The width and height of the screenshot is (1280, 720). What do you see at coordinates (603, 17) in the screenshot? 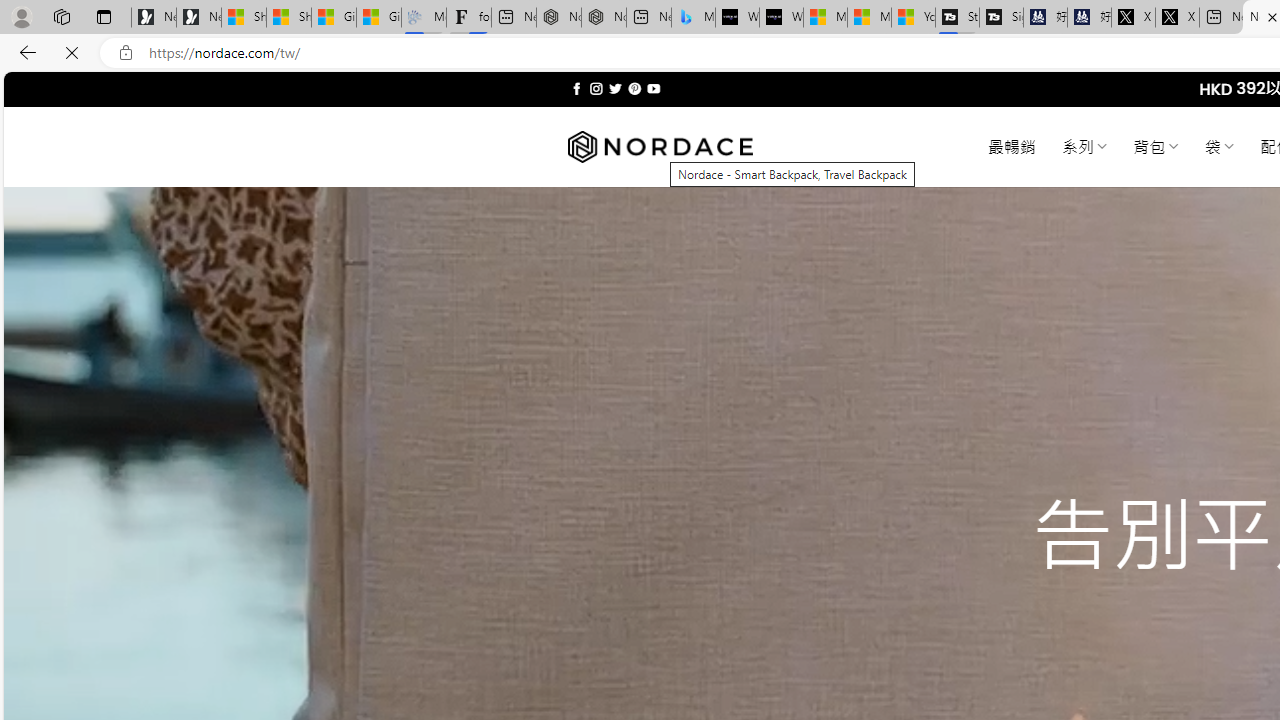
I see `'Nordace - #1 Japanese Best-Seller - Siena Smart Backpack'` at bounding box center [603, 17].